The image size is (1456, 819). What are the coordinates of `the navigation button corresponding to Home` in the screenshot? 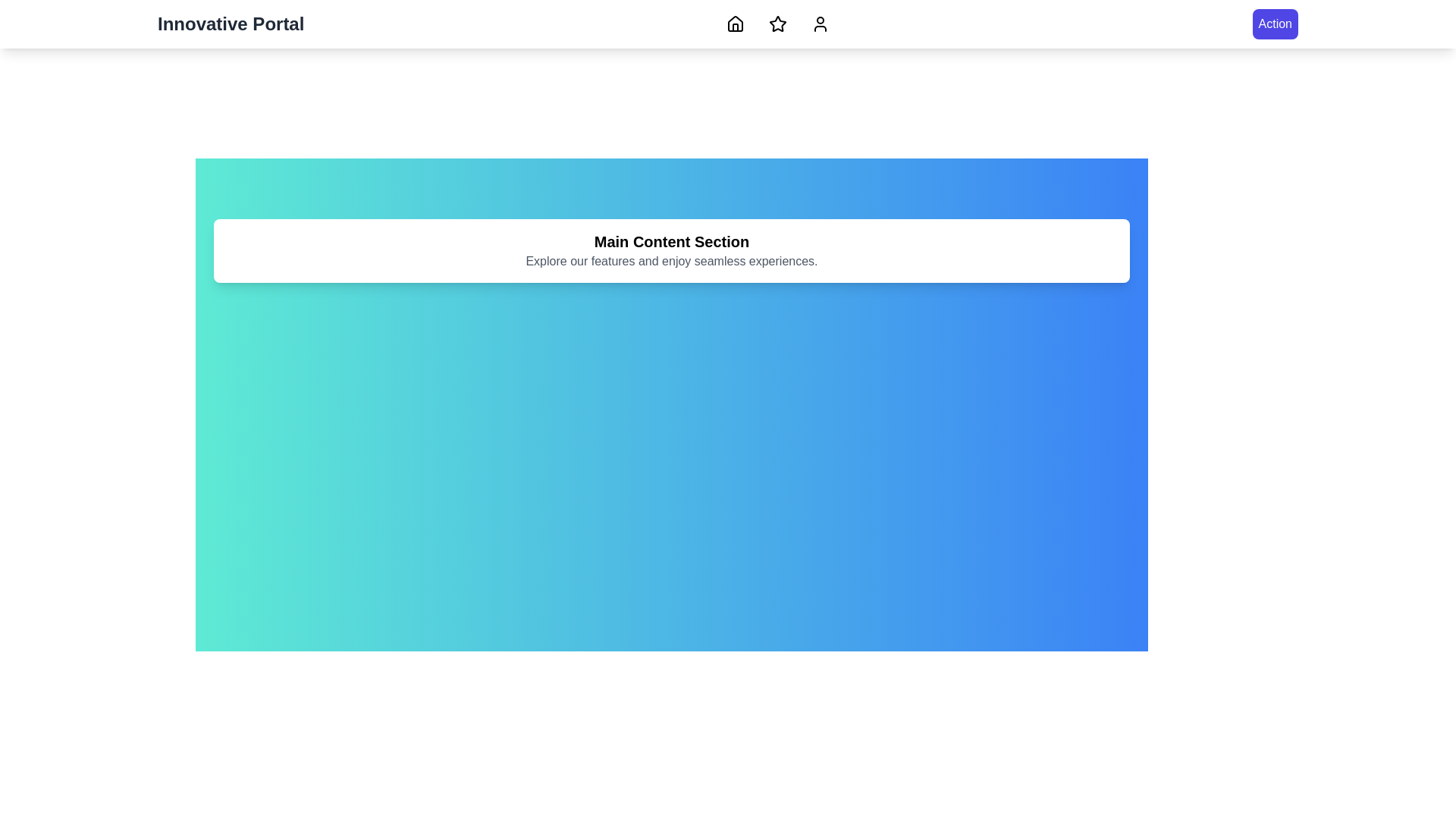 It's located at (735, 24).